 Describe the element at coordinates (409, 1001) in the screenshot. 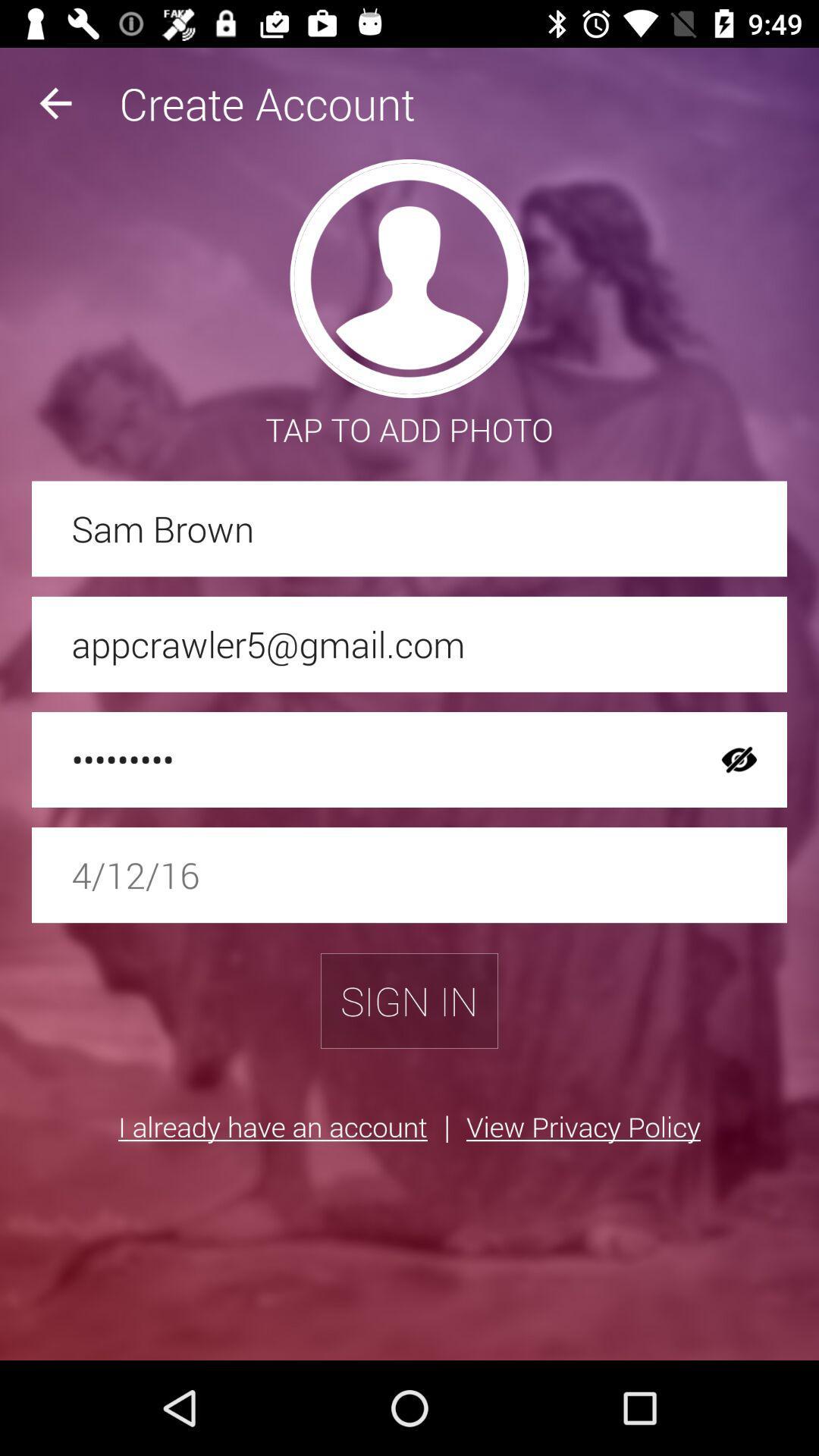

I see `item above i already have` at that location.